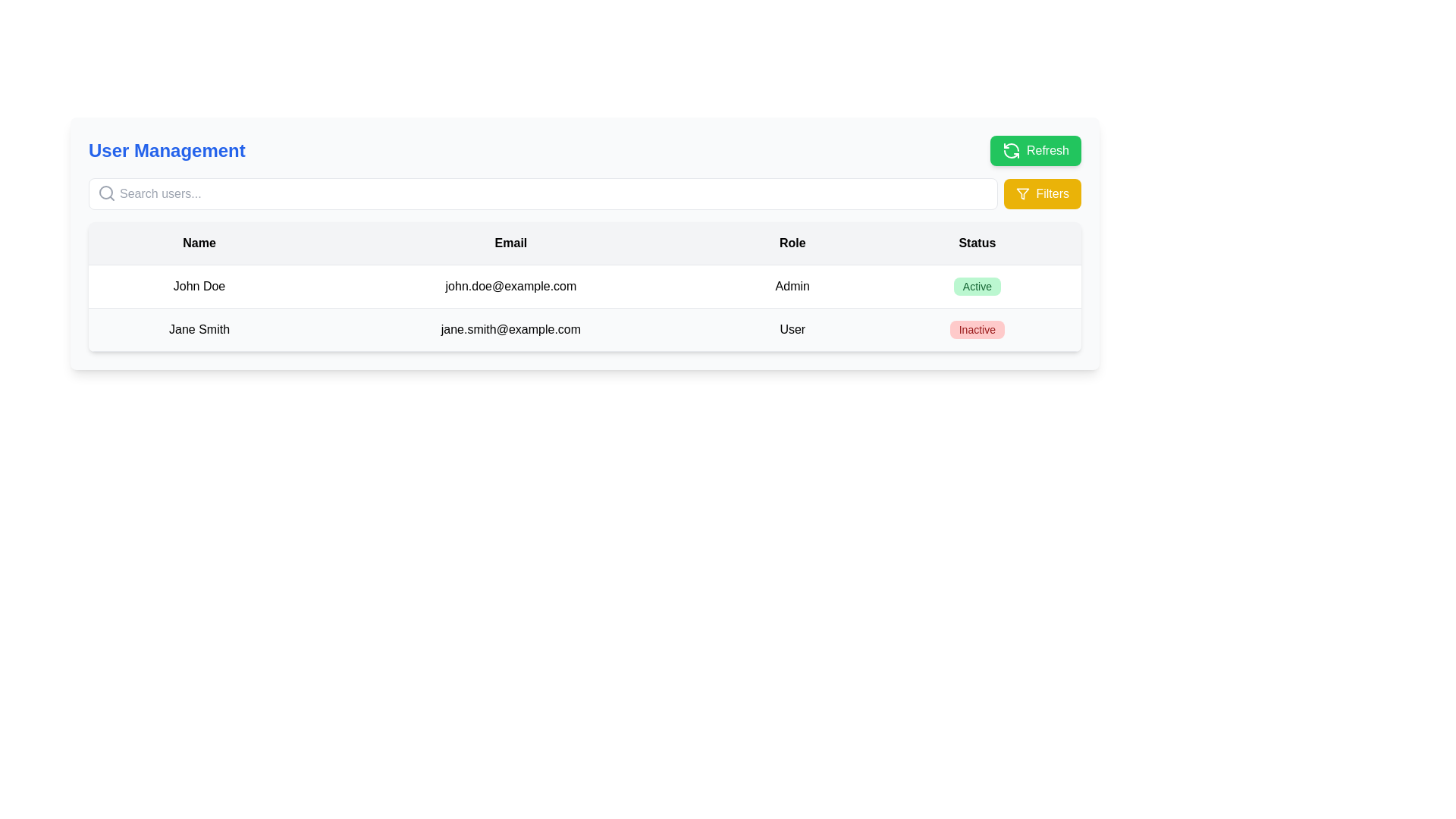  What do you see at coordinates (977, 329) in the screenshot?
I see `the Status label displaying 'Inactive' for user Jane Smith, located in the second row of the Status column in the table` at bounding box center [977, 329].